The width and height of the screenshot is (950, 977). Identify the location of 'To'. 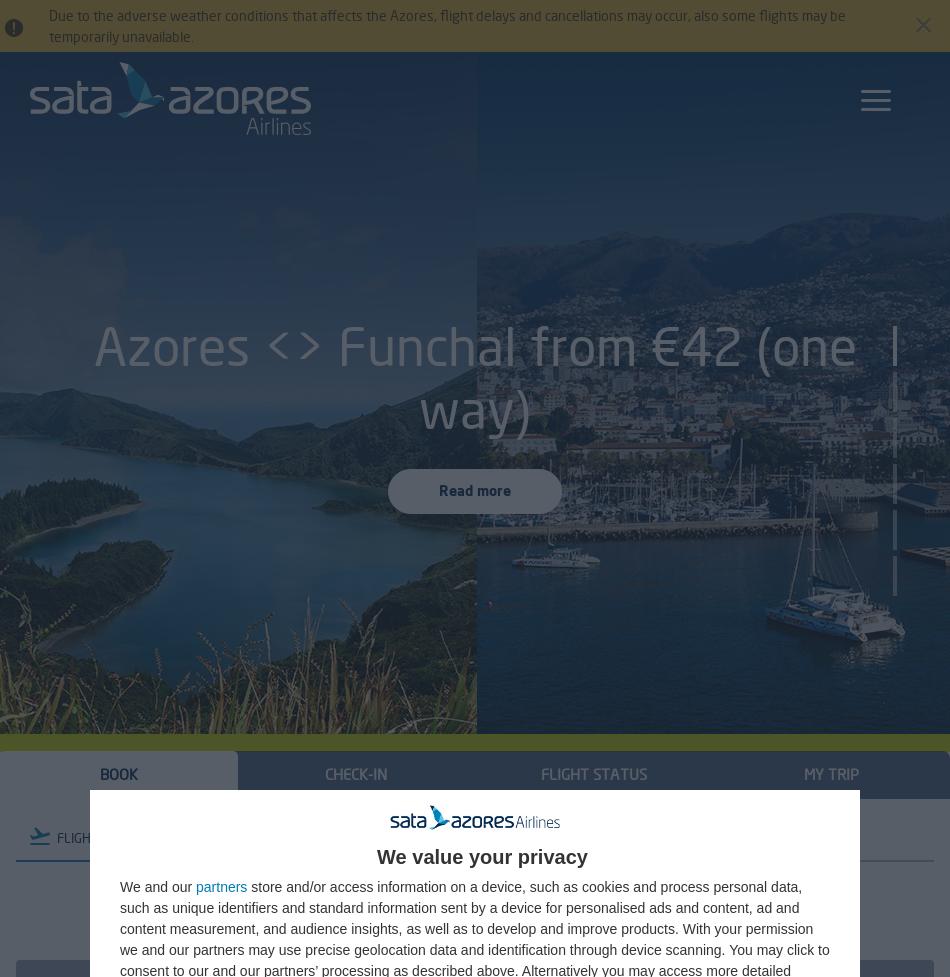
(514, 908).